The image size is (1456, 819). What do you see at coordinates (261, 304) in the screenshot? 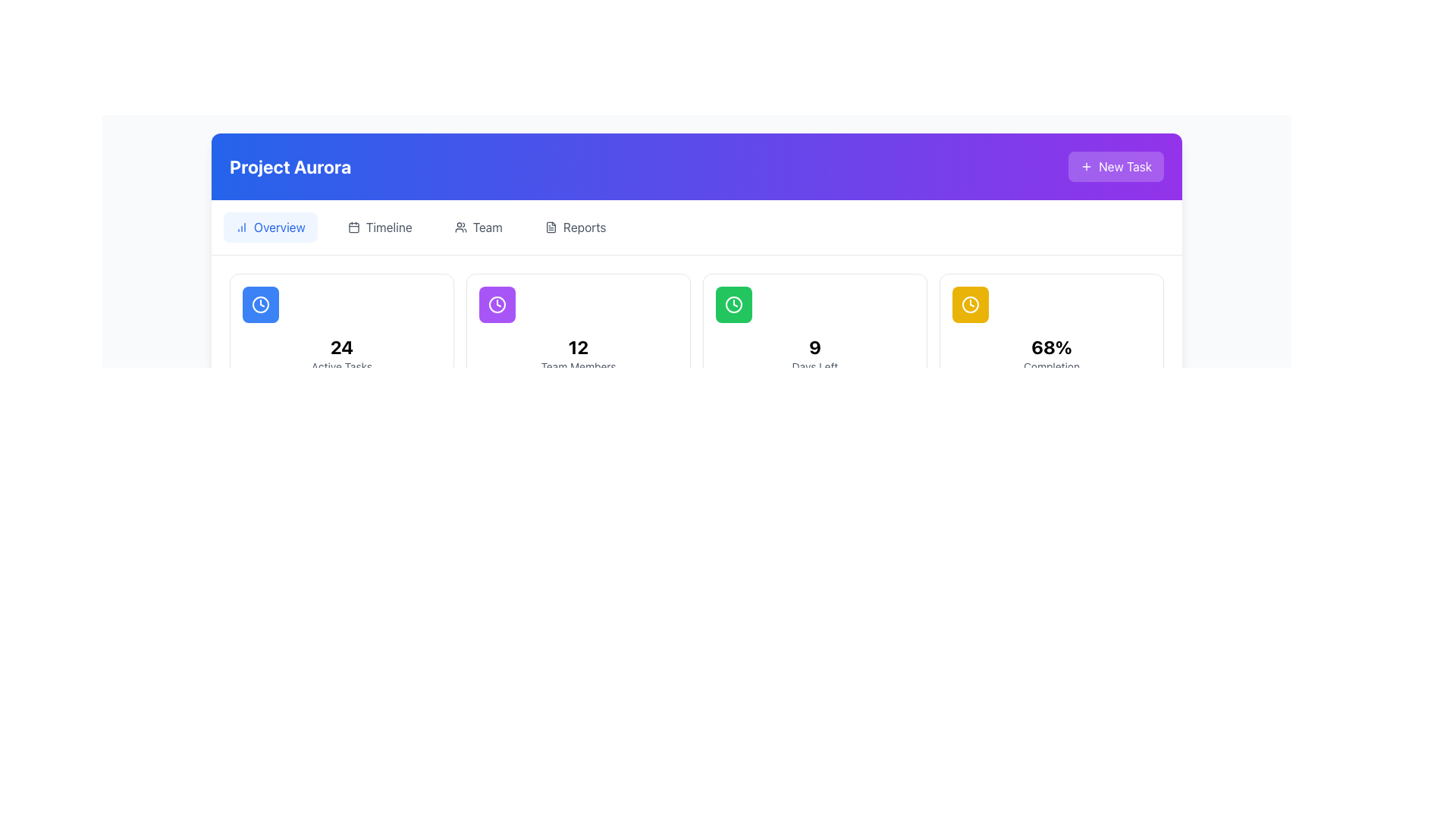
I see `the first icon in a row of metrics, which is visually represented by a blue circular background within a square card` at bounding box center [261, 304].